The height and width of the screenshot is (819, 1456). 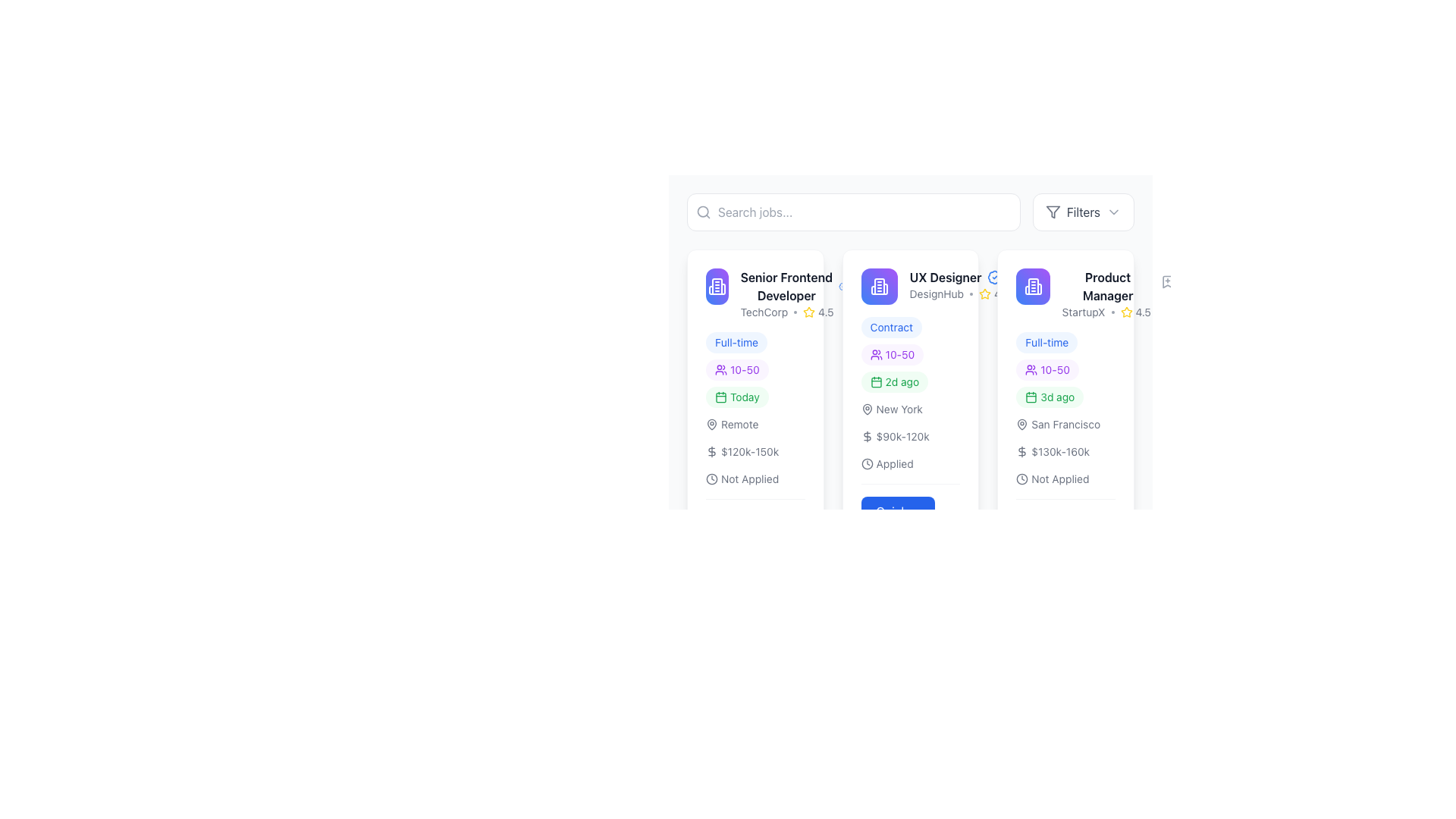 What do you see at coordinates (1126, 312) in the screenshot?
I see `star icon representing the rating value of '4.5' for the 'Product Manager' role, located at the top-right of the job card` at bounding box center [1126, 312].